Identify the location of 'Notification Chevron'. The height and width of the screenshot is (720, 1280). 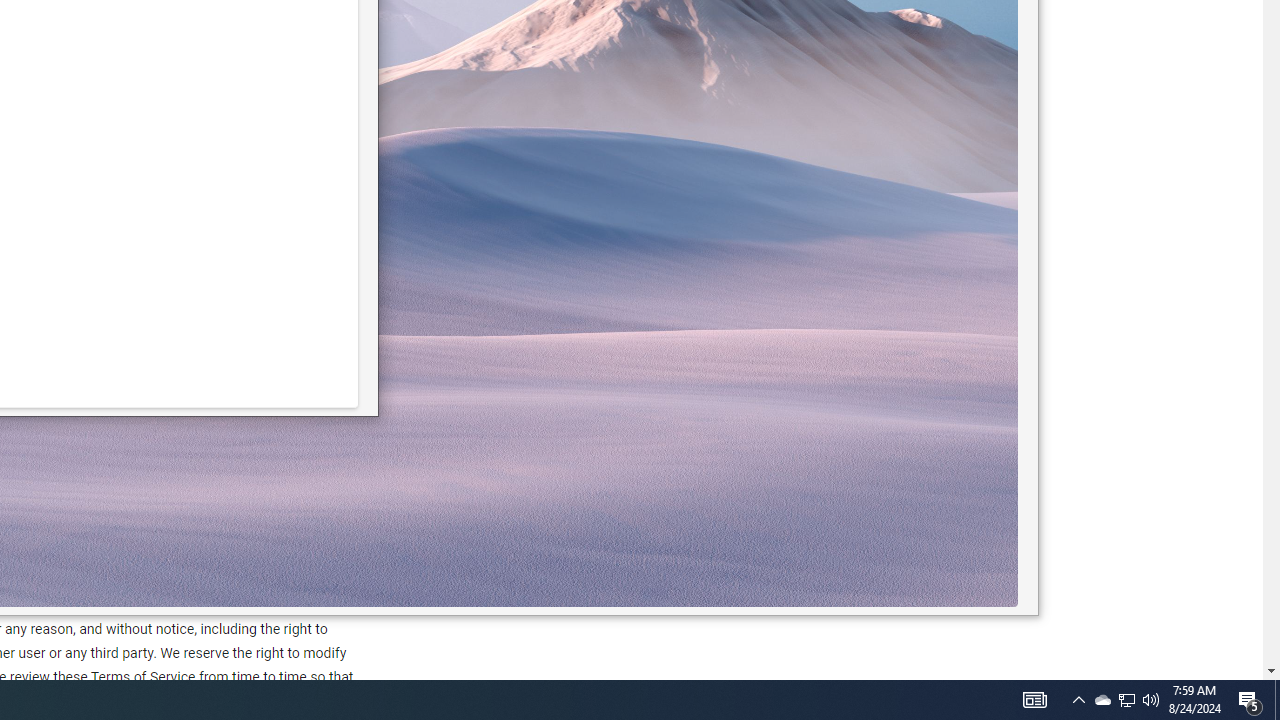
(1127, 698).